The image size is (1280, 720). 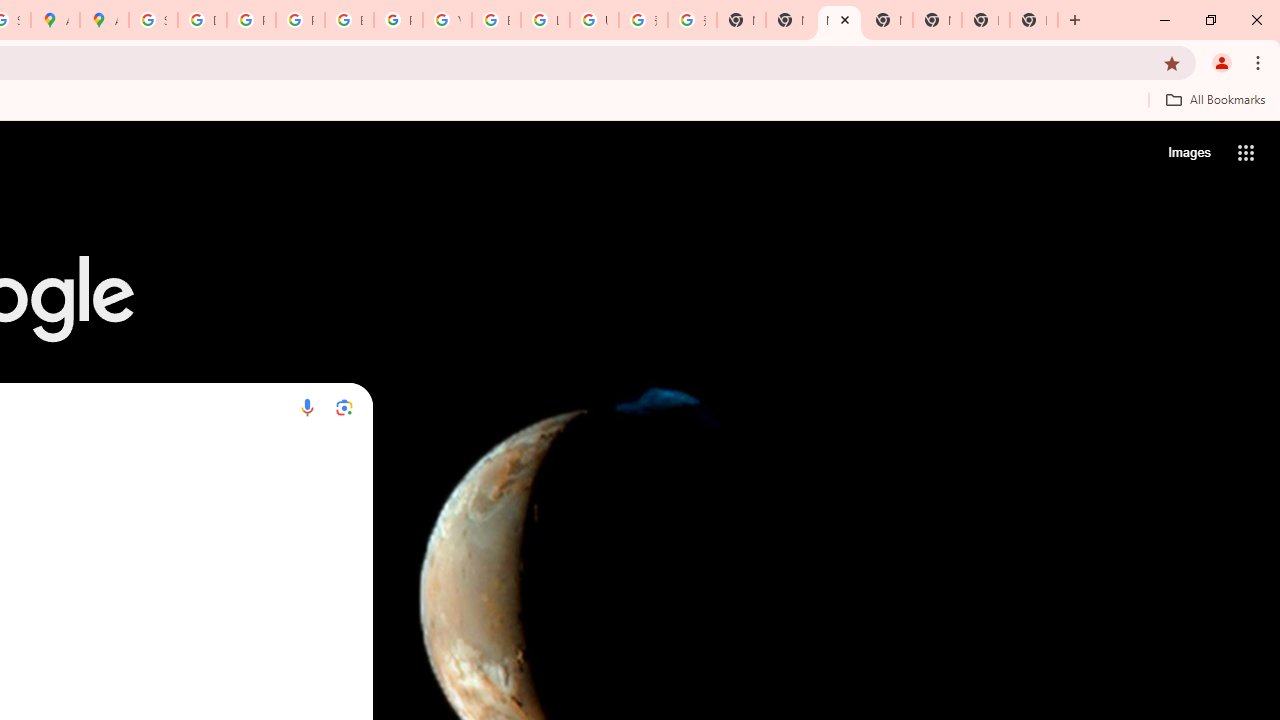 What do you see at coordinates (152, 20) in the screenshot?
I see `'Sign in - Google Accounts'` at bounding box center [152, 20].